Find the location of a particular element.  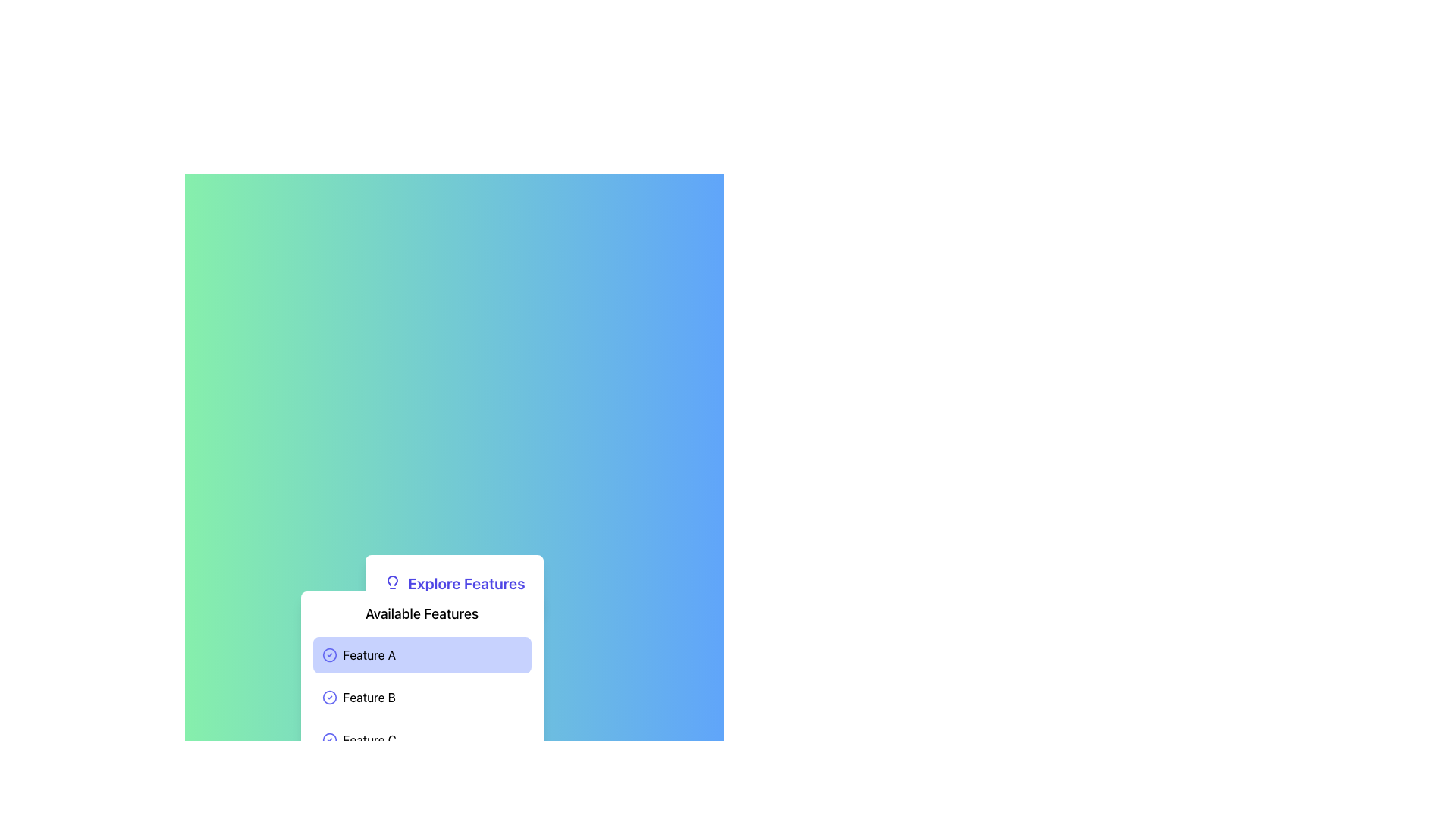

the indicator icon for 'Feature A' to use it as an indicator for the list item is located at coordinates (328, 654).